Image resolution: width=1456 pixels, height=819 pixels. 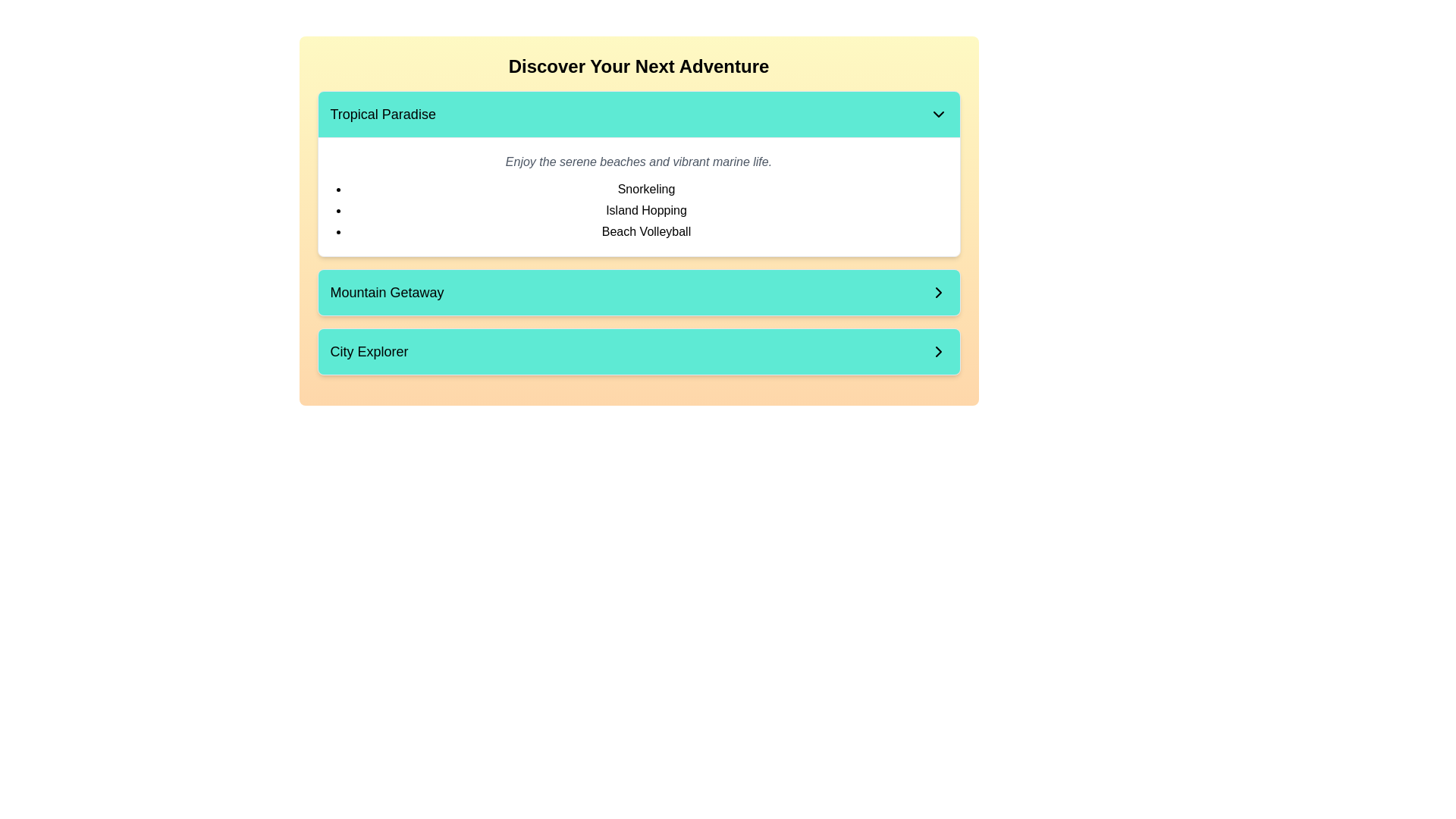 What do you see at coordinates (639, 292) in the screenshot?
I see `the 'Mountain Getaway' button with a teal background` at bounding box center [639, 292].